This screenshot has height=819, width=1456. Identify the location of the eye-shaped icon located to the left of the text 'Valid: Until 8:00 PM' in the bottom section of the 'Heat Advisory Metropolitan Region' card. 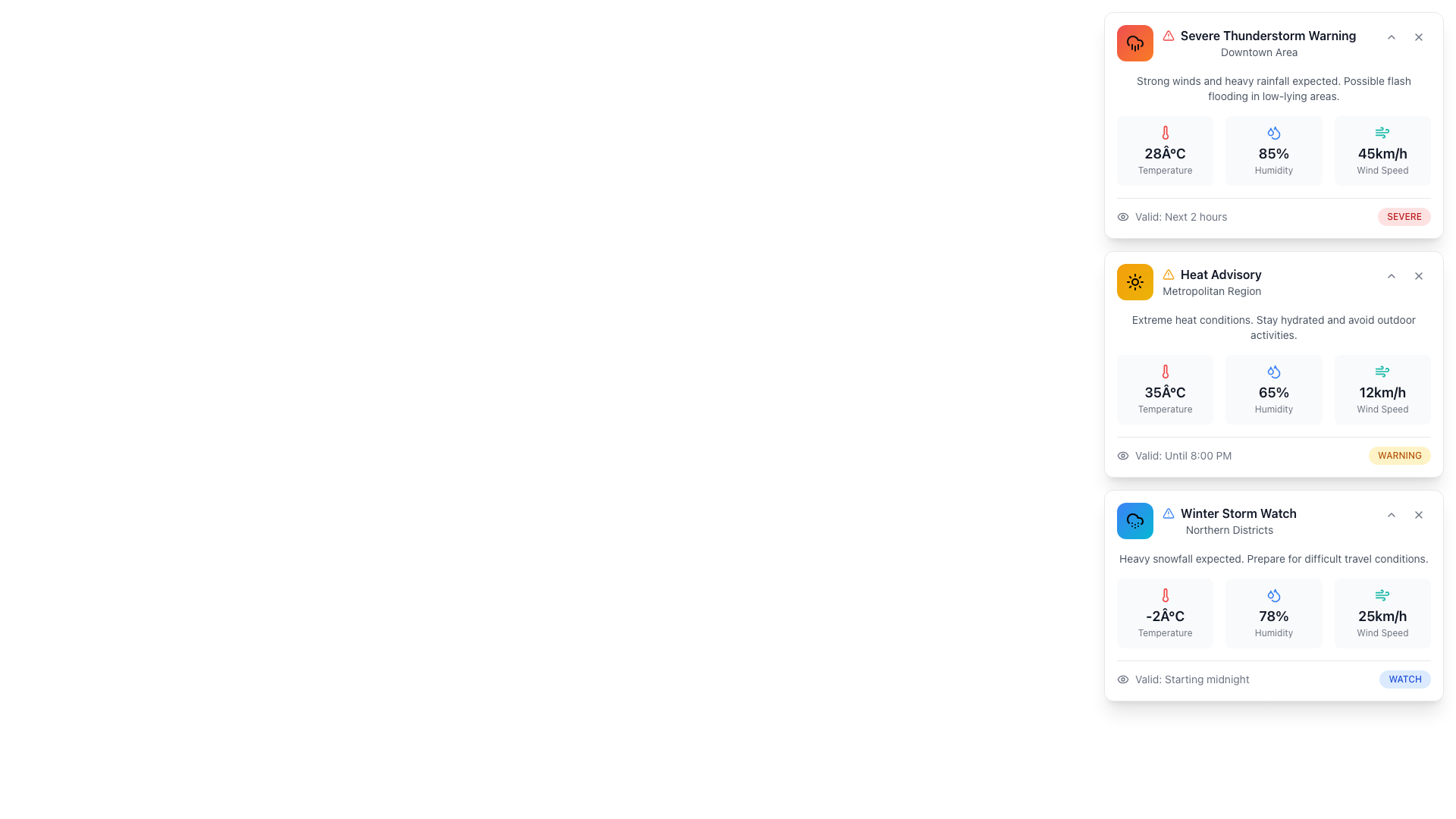
(1123, 455).